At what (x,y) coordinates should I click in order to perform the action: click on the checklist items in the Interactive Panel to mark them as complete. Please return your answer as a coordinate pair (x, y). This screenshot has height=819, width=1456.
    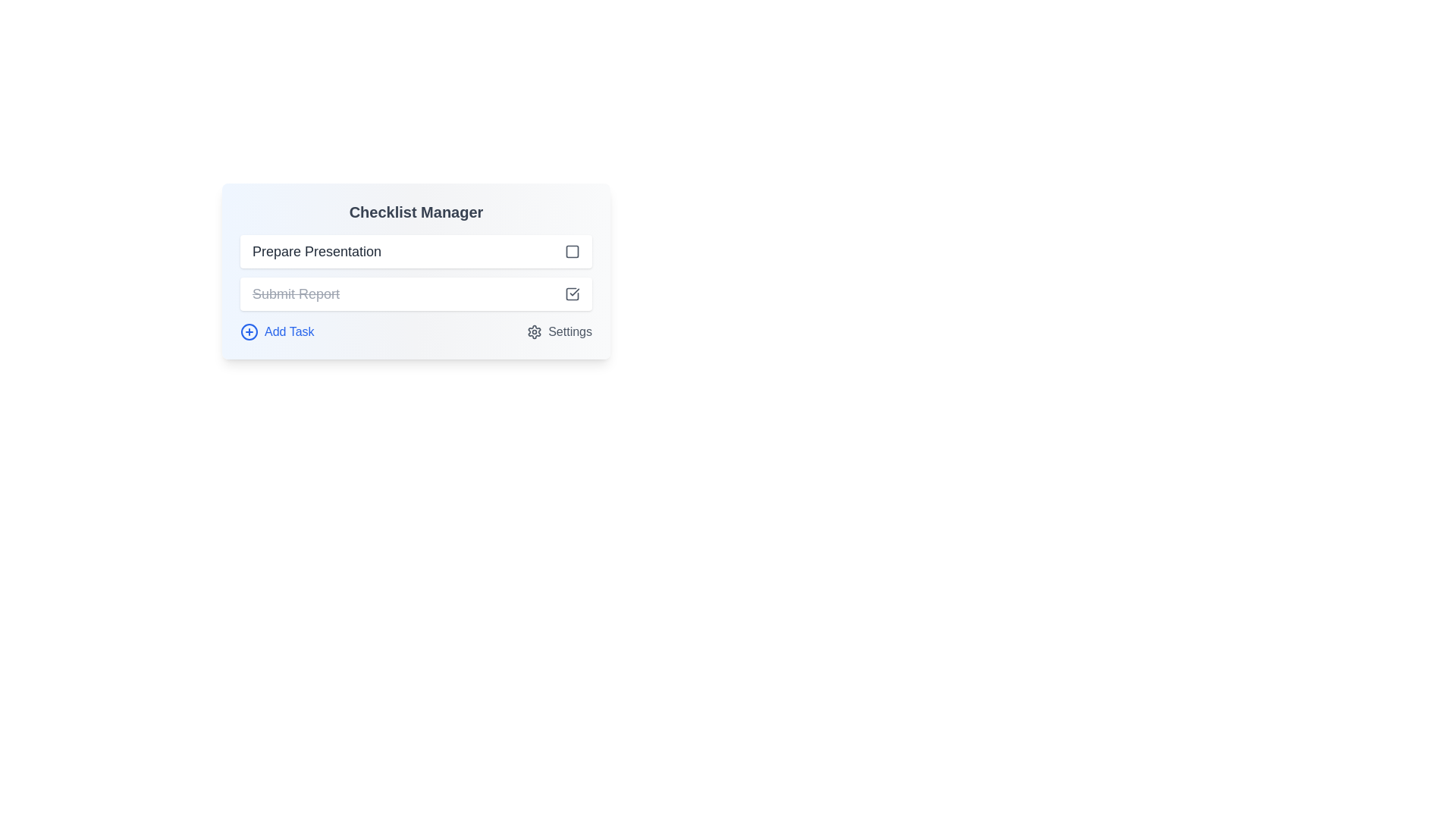
    Looking at the image, I should click on (416, 271).